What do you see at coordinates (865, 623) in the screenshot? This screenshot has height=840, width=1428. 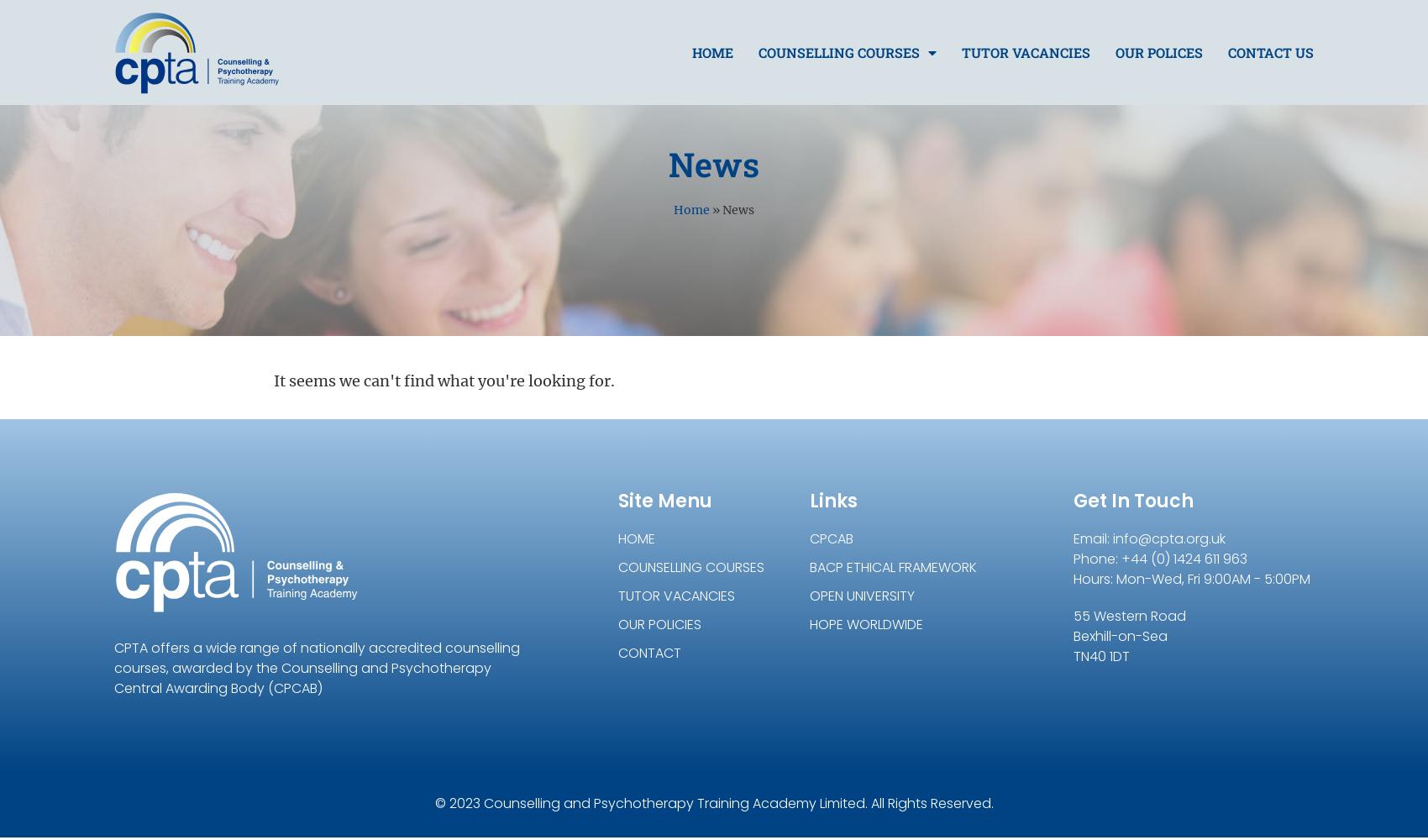 I see `'HOPE WORLDWIDE'` at bounding box center [865, 623].